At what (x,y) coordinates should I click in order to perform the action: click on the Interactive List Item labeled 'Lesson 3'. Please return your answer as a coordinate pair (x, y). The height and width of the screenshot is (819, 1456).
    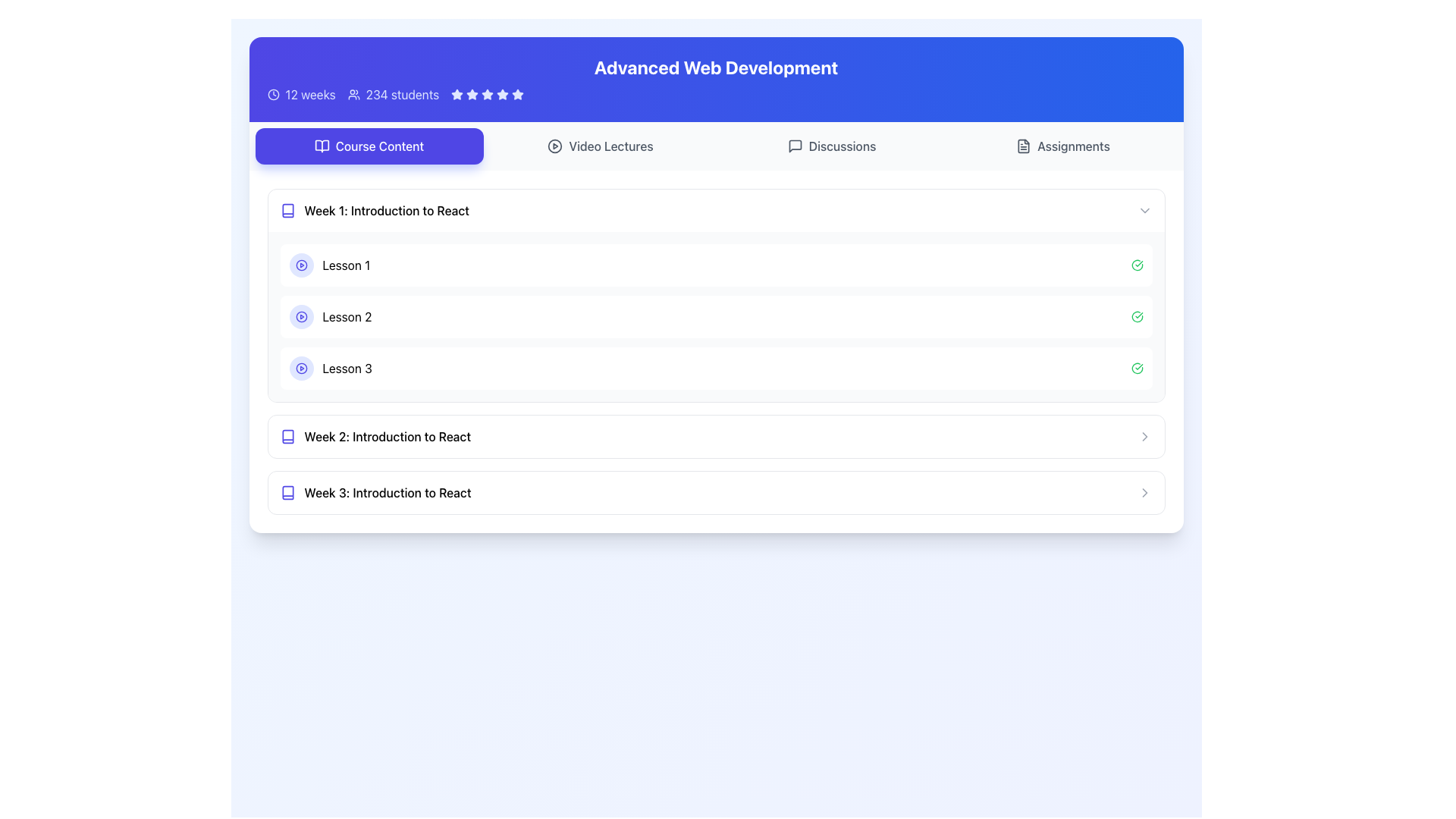
    Looking at the image, I should click on (715, 369).